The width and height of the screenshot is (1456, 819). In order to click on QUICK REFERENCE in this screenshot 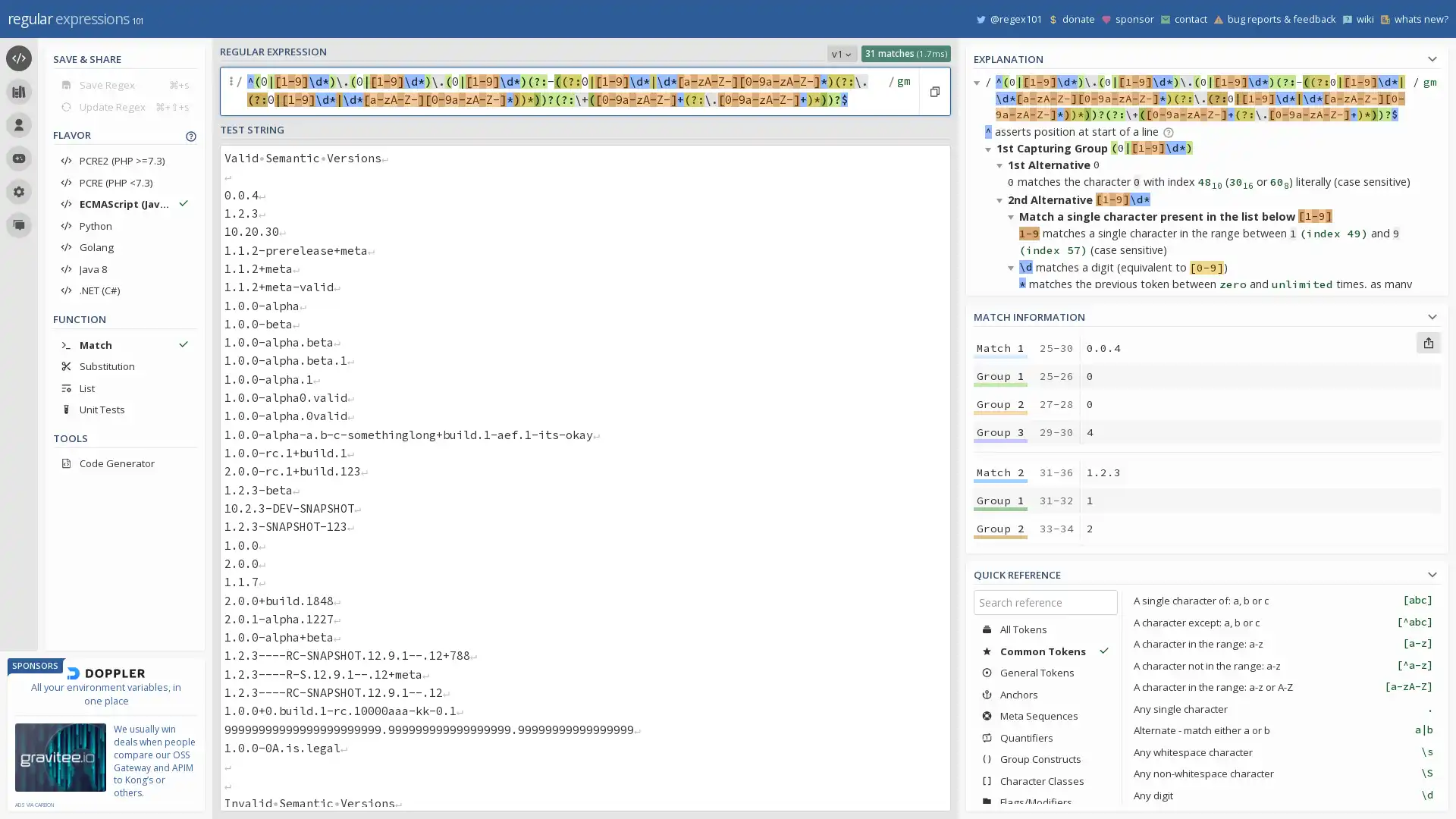, I will do `click(1207, 573)`.